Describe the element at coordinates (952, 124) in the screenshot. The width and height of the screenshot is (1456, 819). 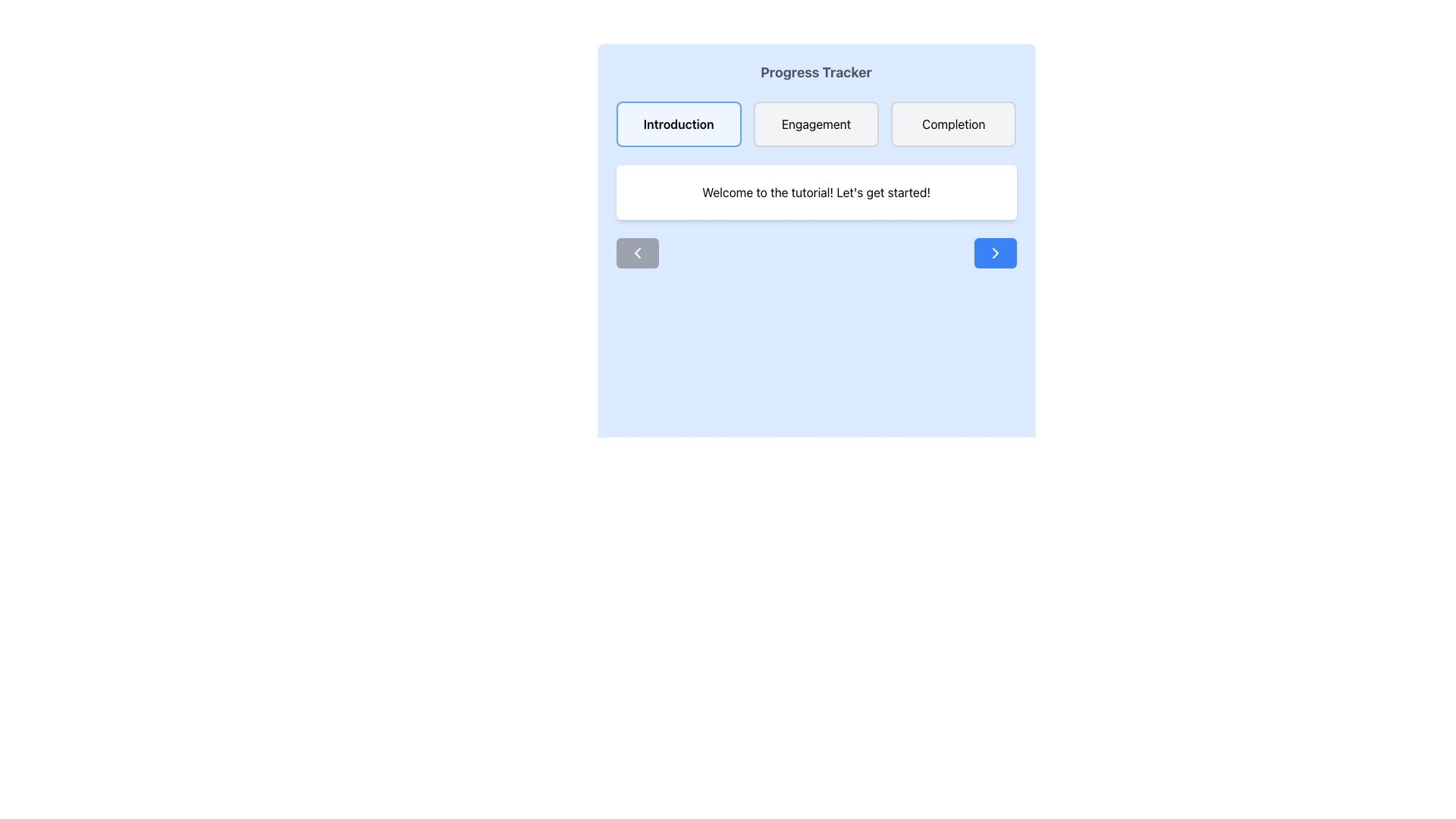
I see `the rightmost tab in the 'Progress Tracker' dialog box` at that location.